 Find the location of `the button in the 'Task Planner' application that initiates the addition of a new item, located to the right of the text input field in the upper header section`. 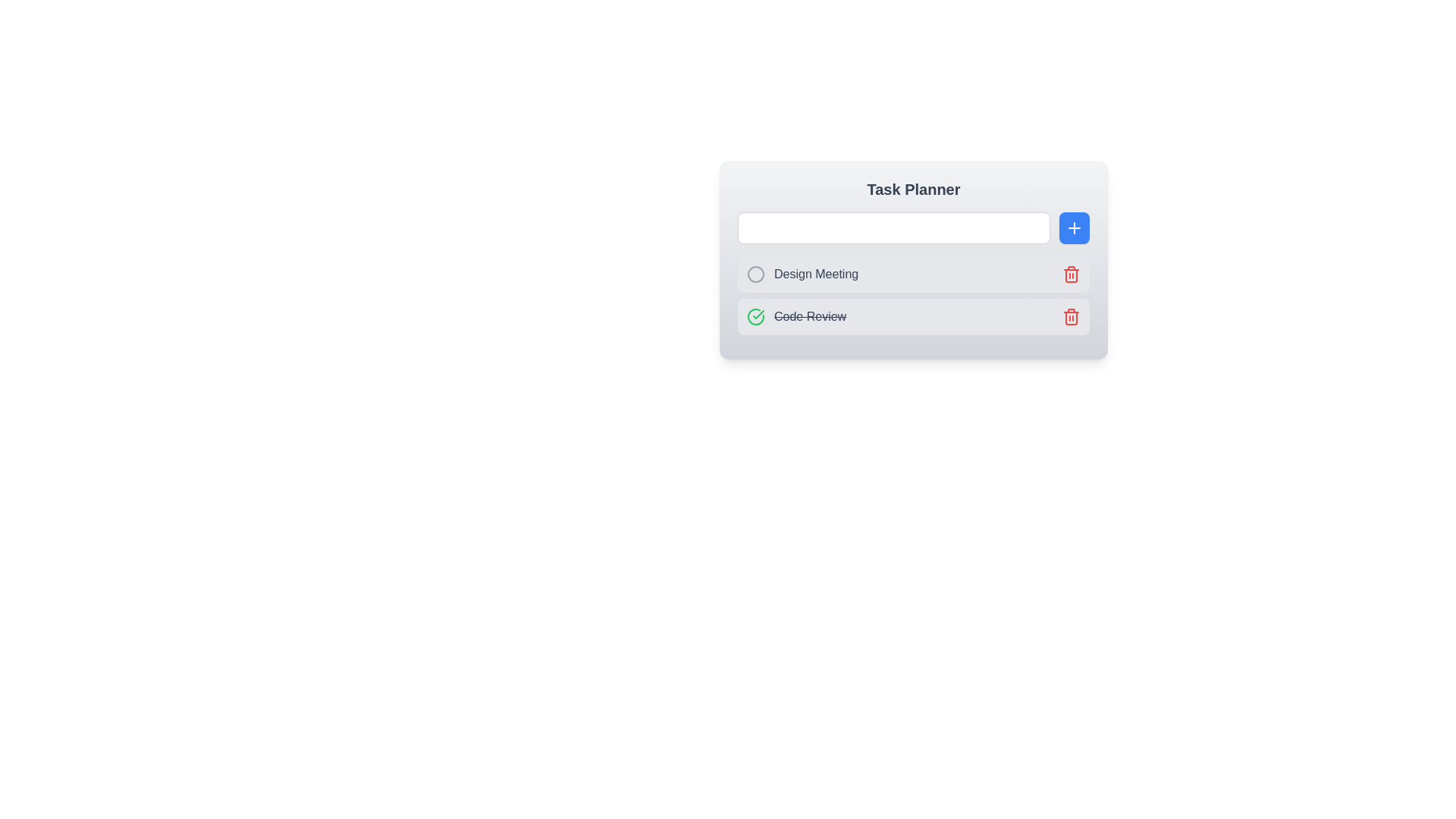

the button in the 'Task Planner' application that initiates the addition of a new item, located to the right of the text input field in the upper header section is located at coordinates (1073, 227).